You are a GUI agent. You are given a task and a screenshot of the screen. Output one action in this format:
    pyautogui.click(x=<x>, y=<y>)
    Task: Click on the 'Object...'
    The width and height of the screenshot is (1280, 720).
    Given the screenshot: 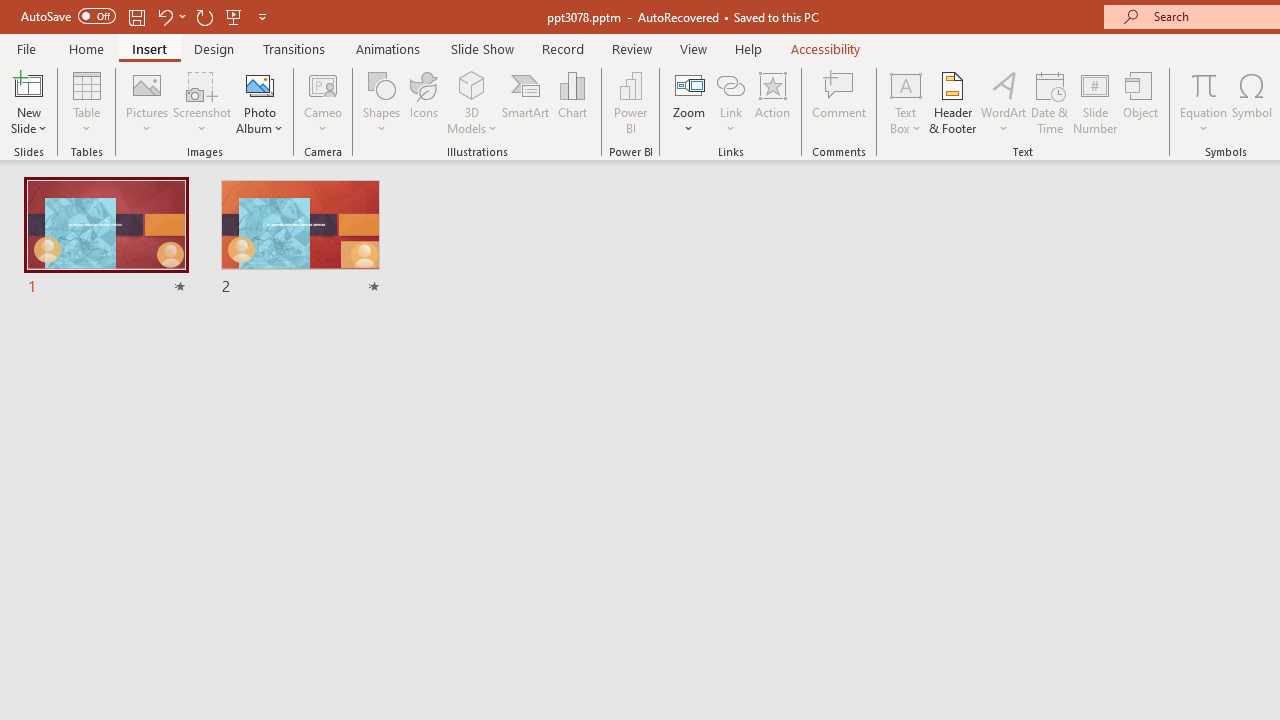 What is the action you would take?
    pyautogui.click(x=1141, y=103)
    